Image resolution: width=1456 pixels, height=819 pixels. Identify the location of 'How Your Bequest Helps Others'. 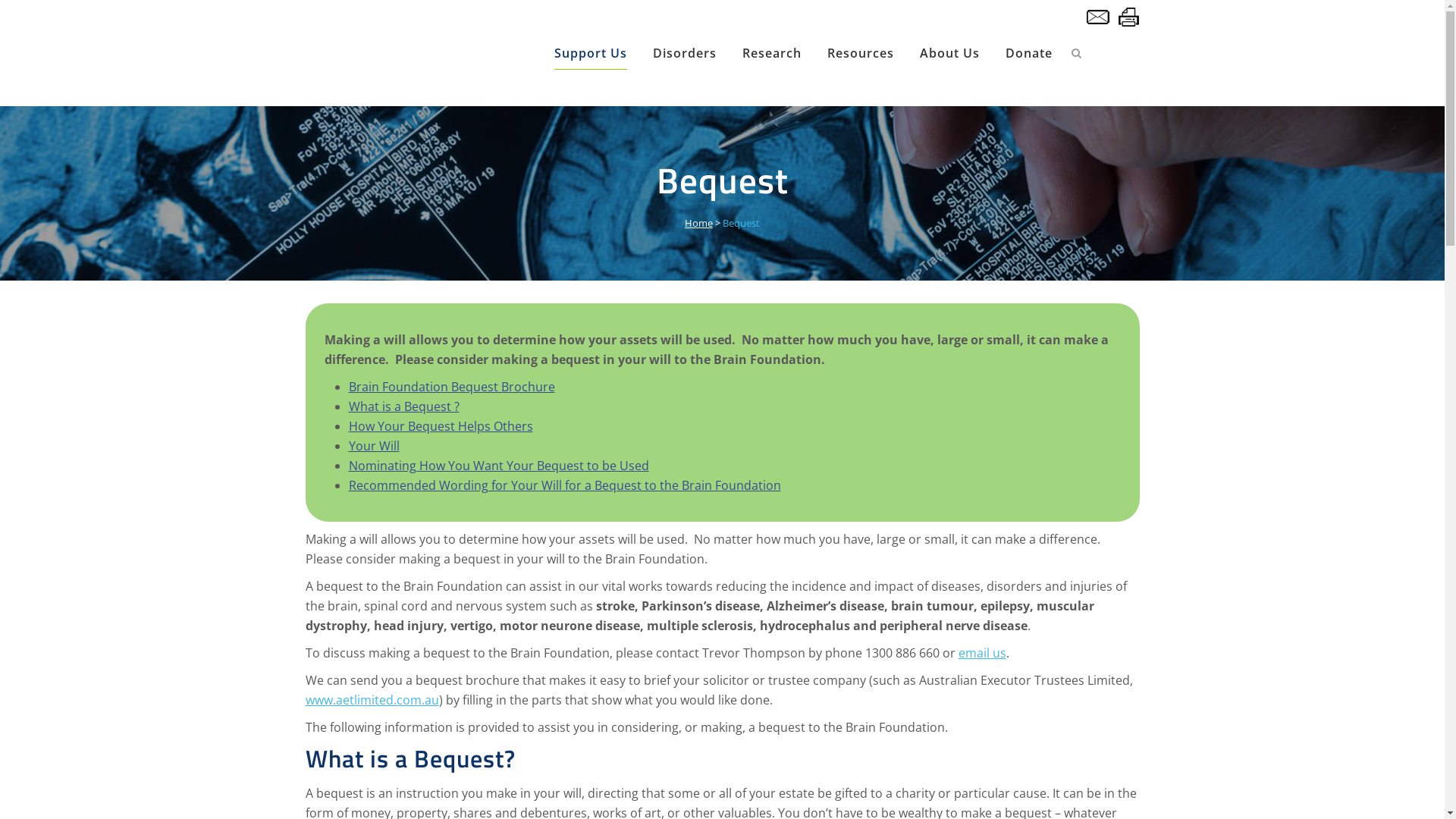
(440, 426).